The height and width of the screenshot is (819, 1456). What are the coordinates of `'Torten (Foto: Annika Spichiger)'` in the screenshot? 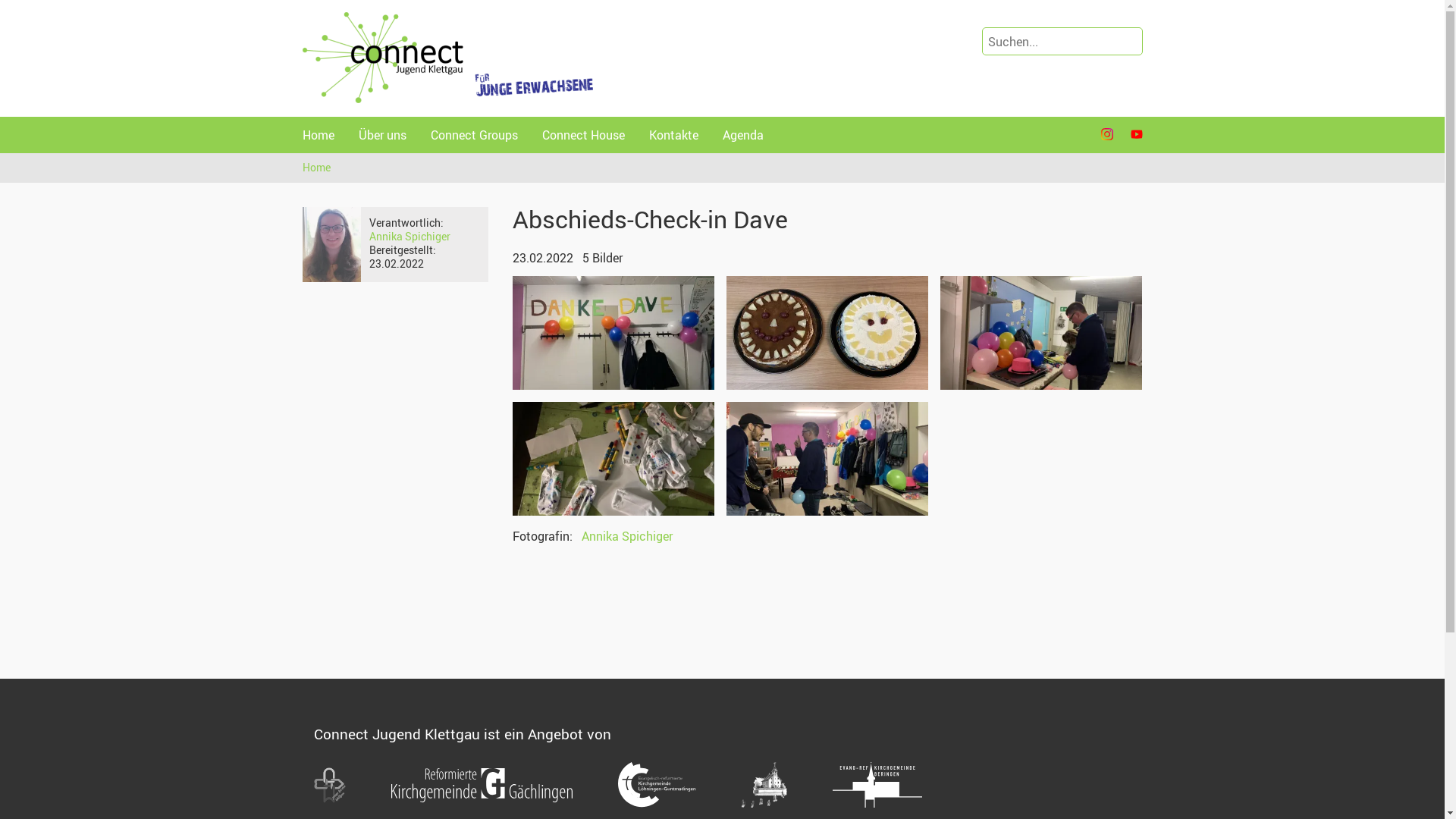 It's located at (826, 332).